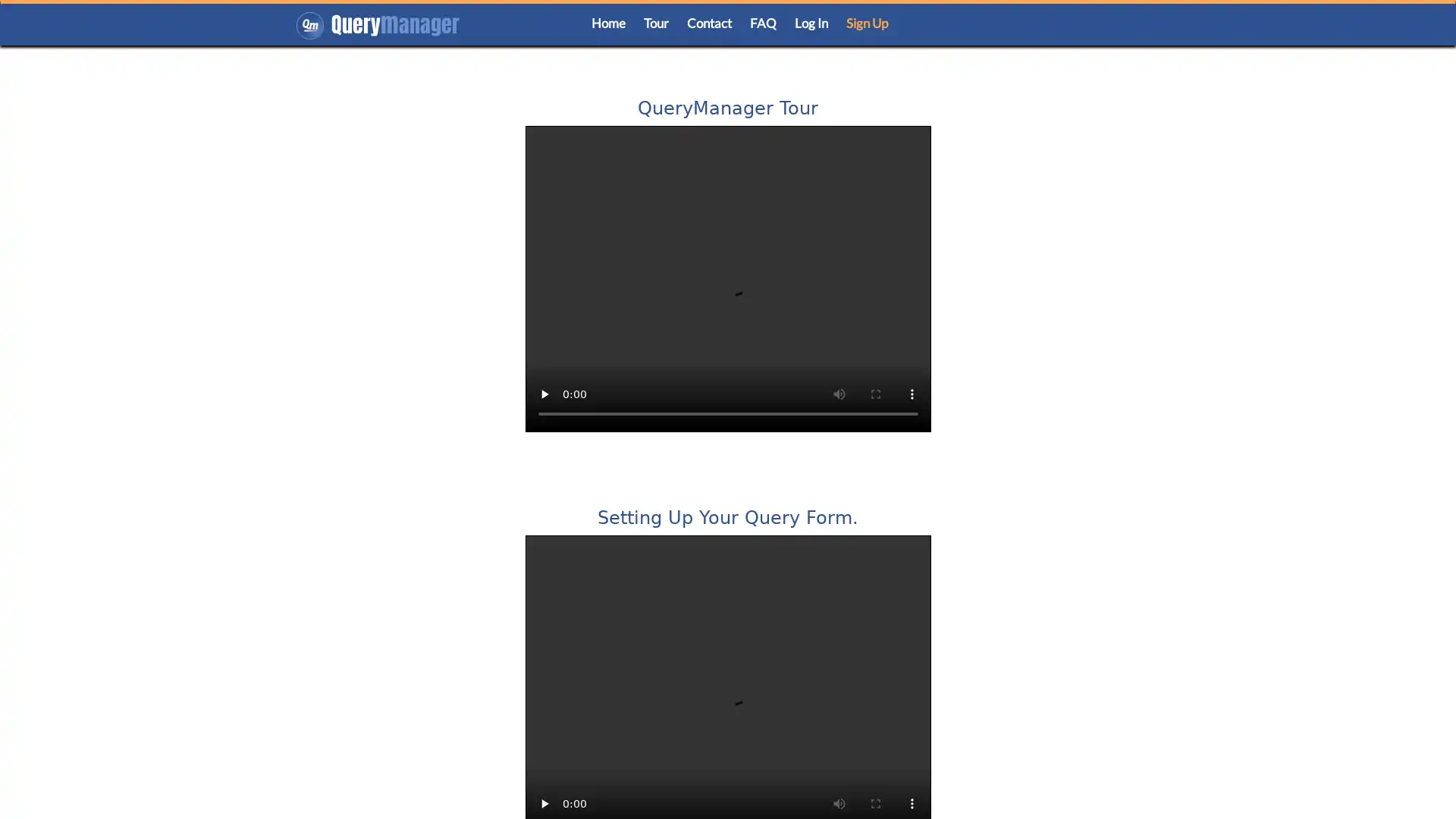  Describe the element at coordinates (874, 394) in the screenshot. I see `enter full screen` at that location.